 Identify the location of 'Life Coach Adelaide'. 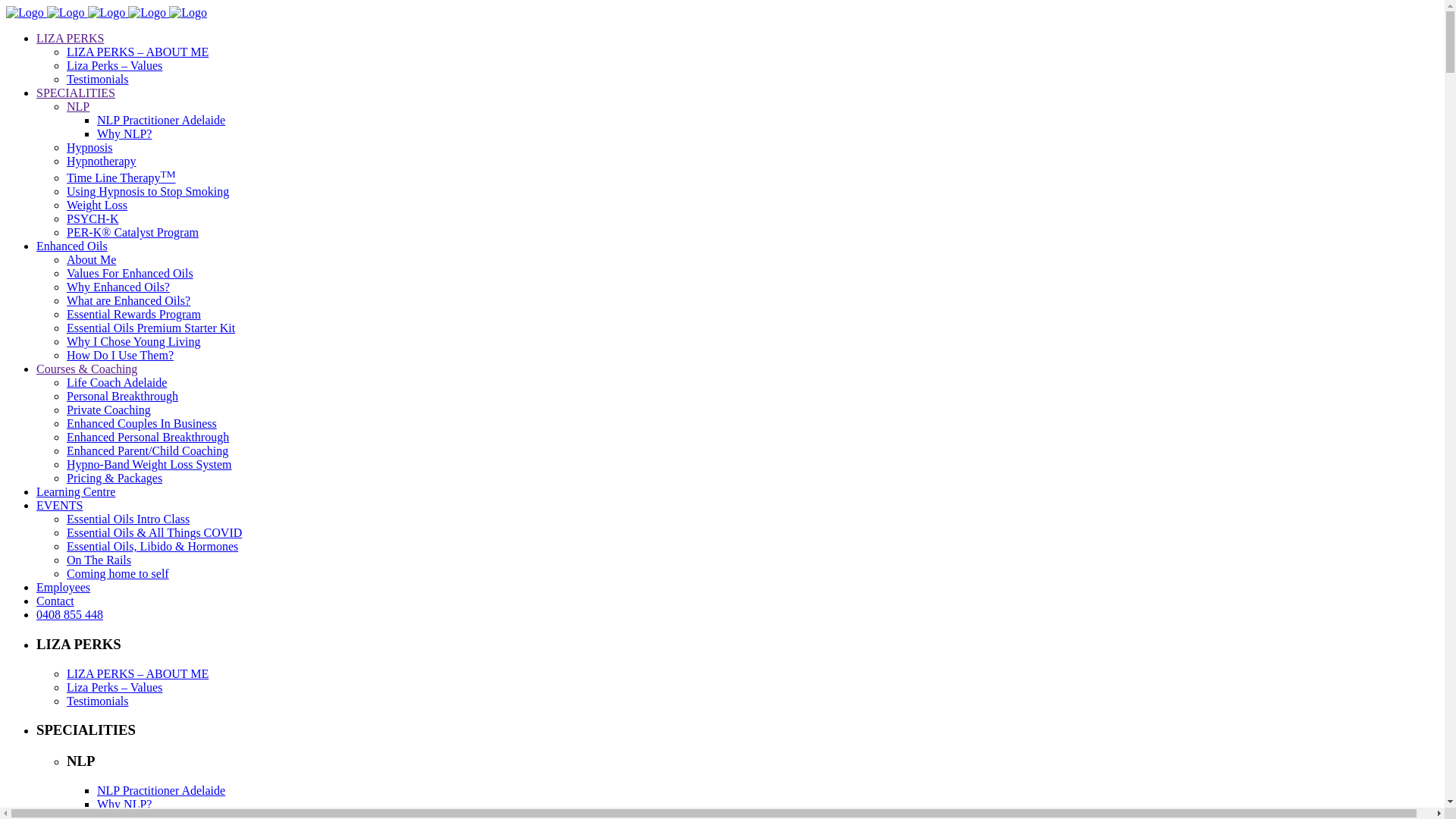
(115, 381).